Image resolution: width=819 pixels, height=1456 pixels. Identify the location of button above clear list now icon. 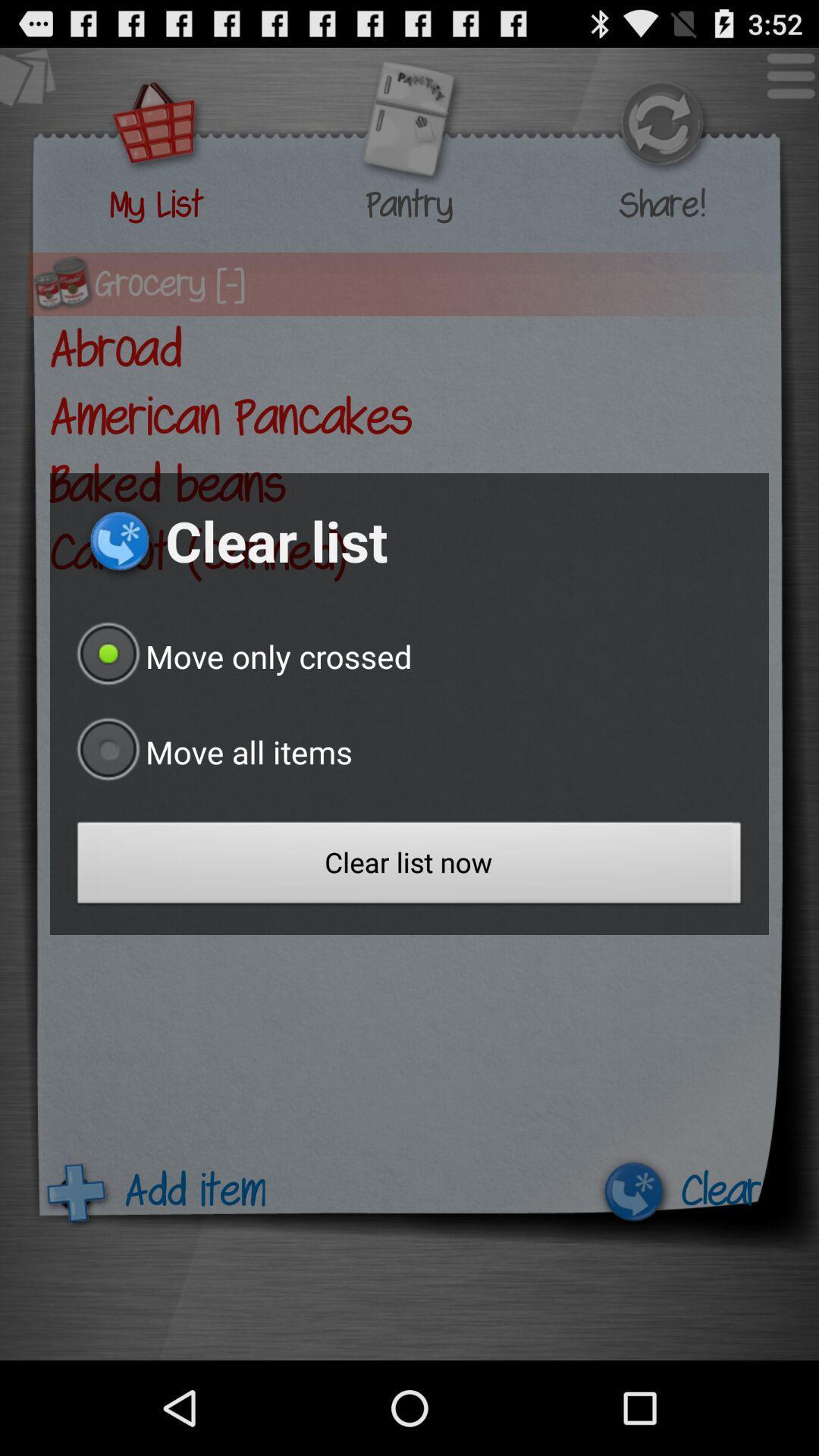
(211, 752).